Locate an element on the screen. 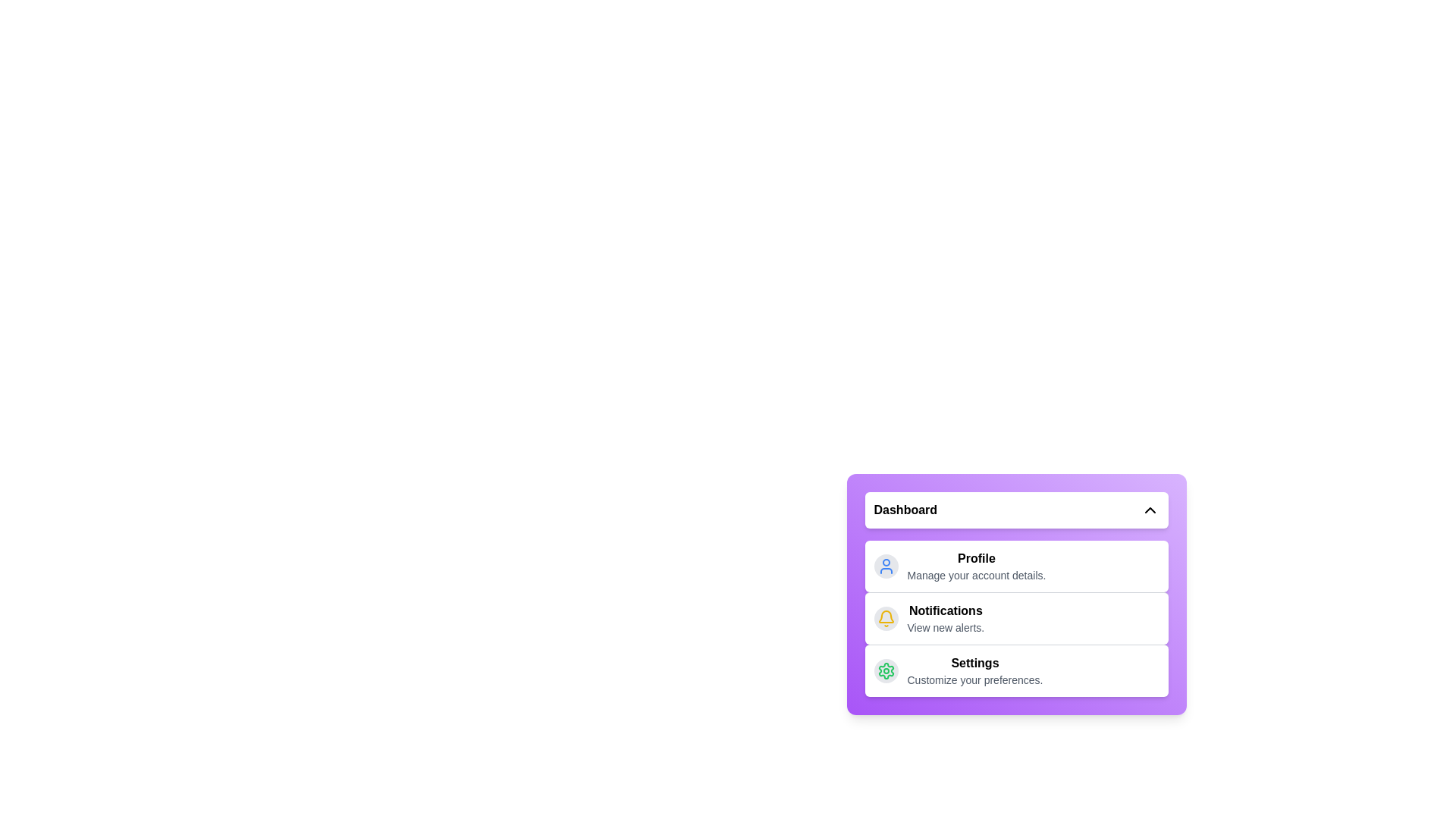  the 'Dashboard' button to toggle the menu is located at coordinates (1016, 510).